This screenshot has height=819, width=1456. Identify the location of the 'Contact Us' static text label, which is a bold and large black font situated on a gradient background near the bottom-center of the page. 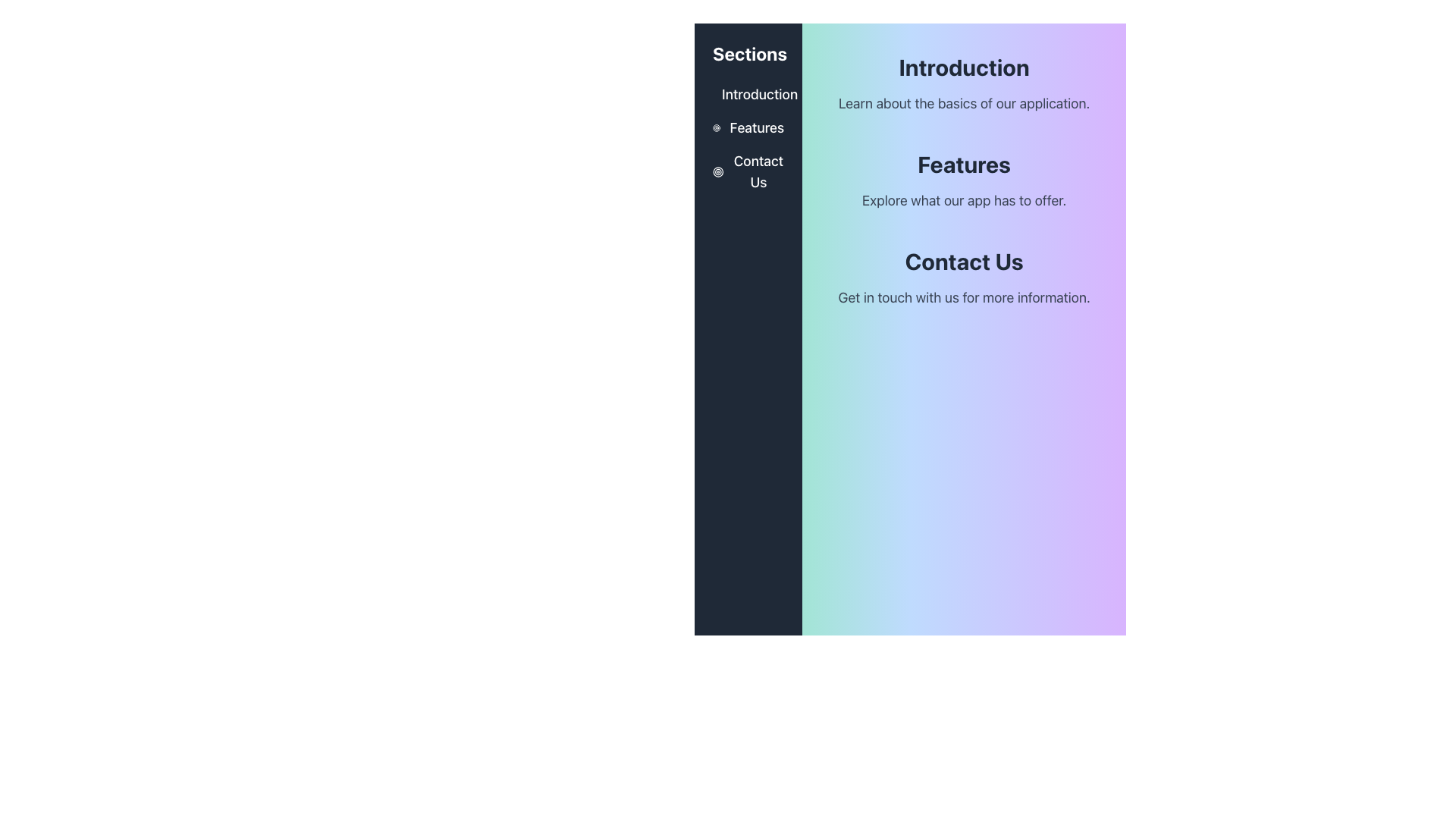
(963, 260).